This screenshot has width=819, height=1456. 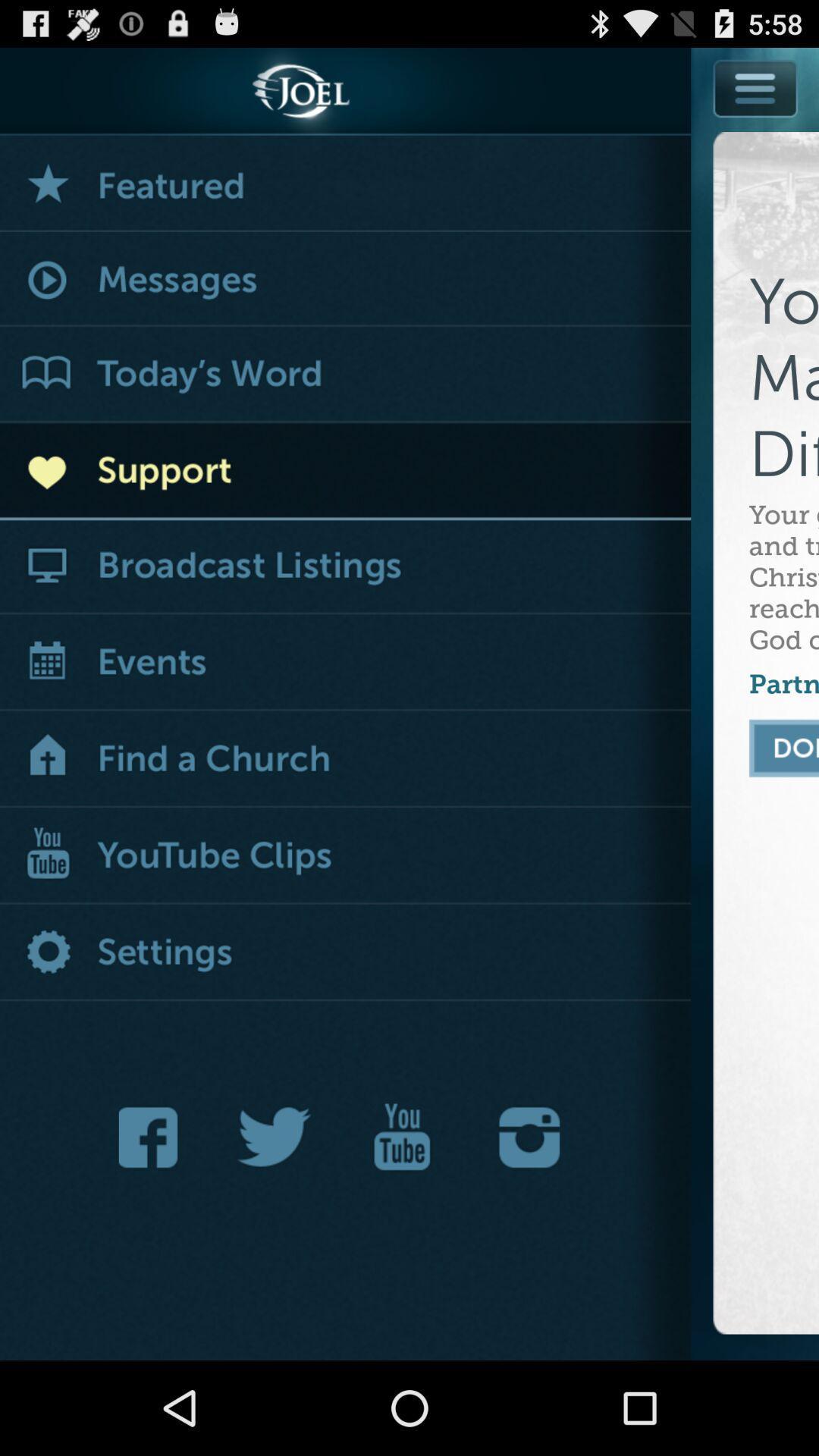 I want to click on visit on facebook, so click(x=152, y=1137).